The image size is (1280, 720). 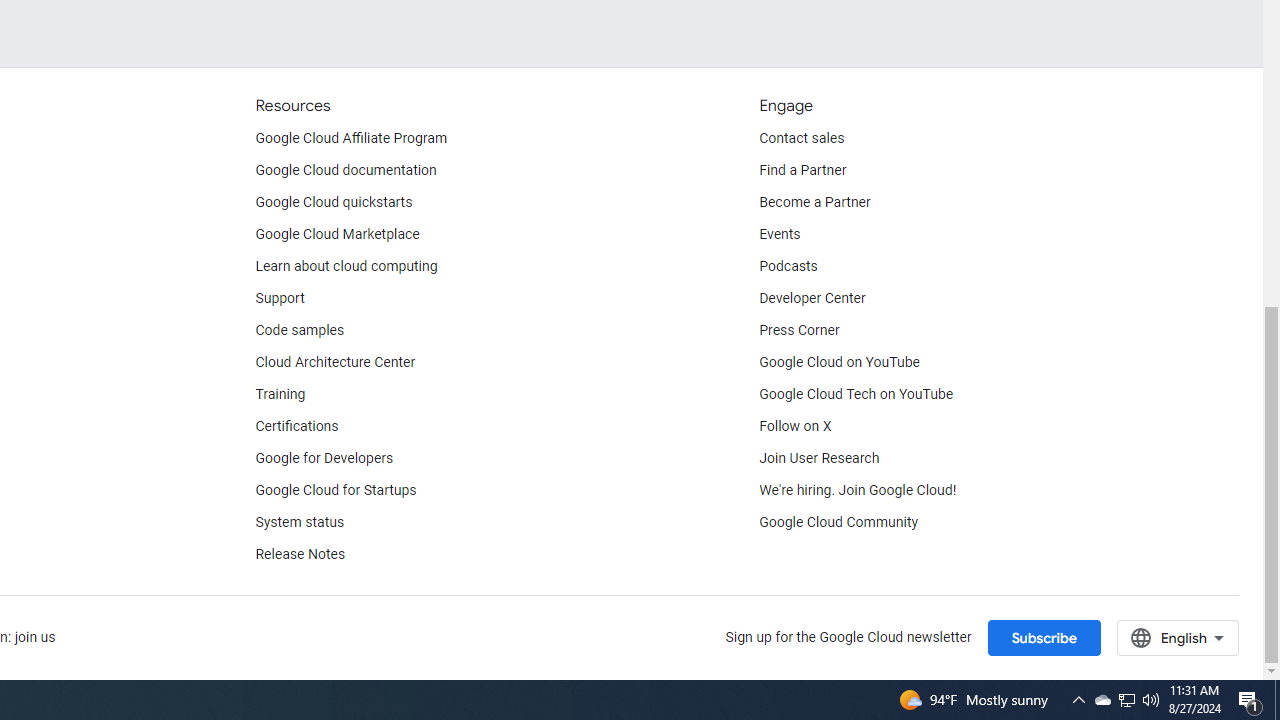 I want to click on 'Training', so click(x=279, y=394).